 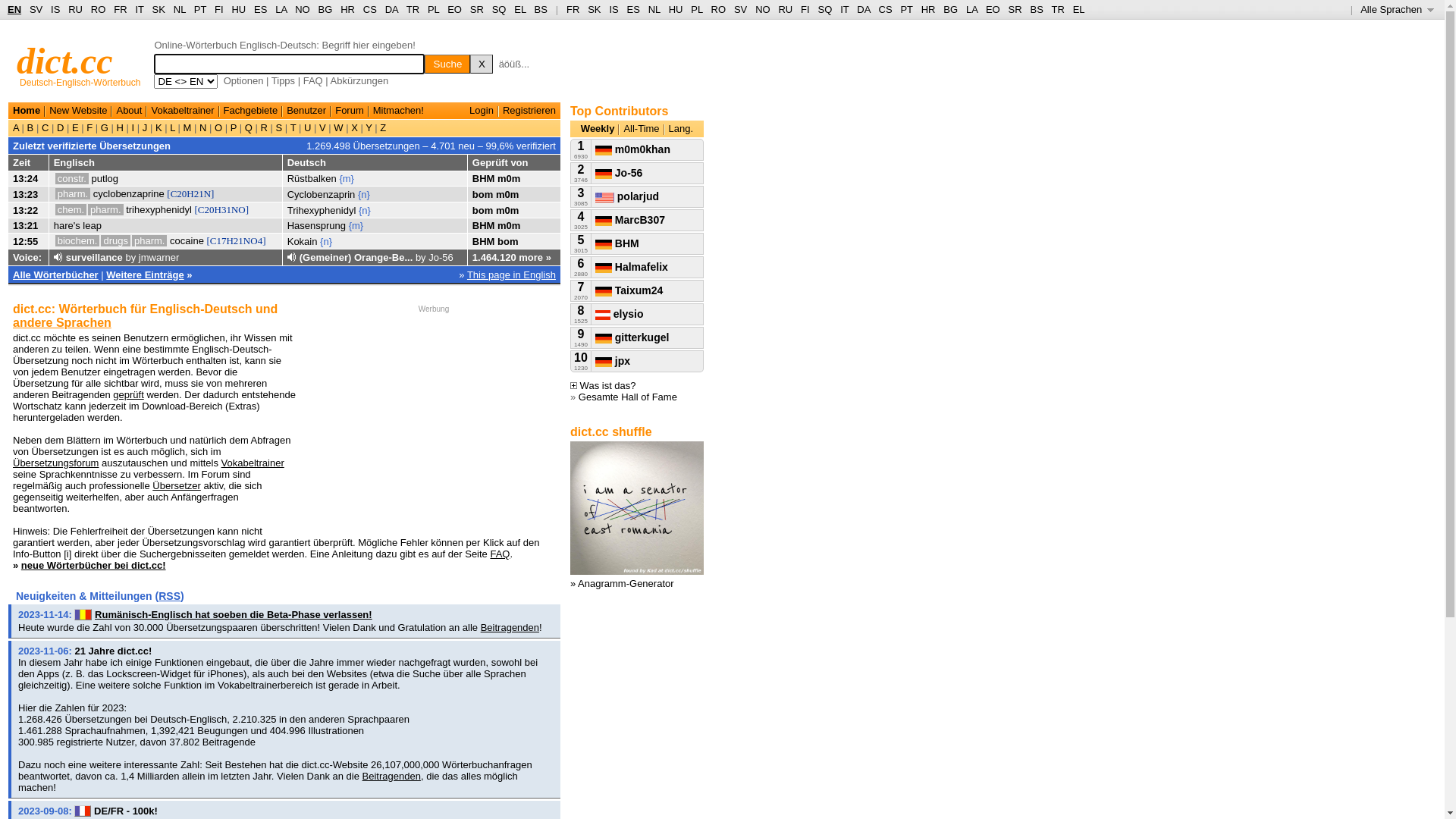 I want to click on 'jpx', so click(x=612, y=360).